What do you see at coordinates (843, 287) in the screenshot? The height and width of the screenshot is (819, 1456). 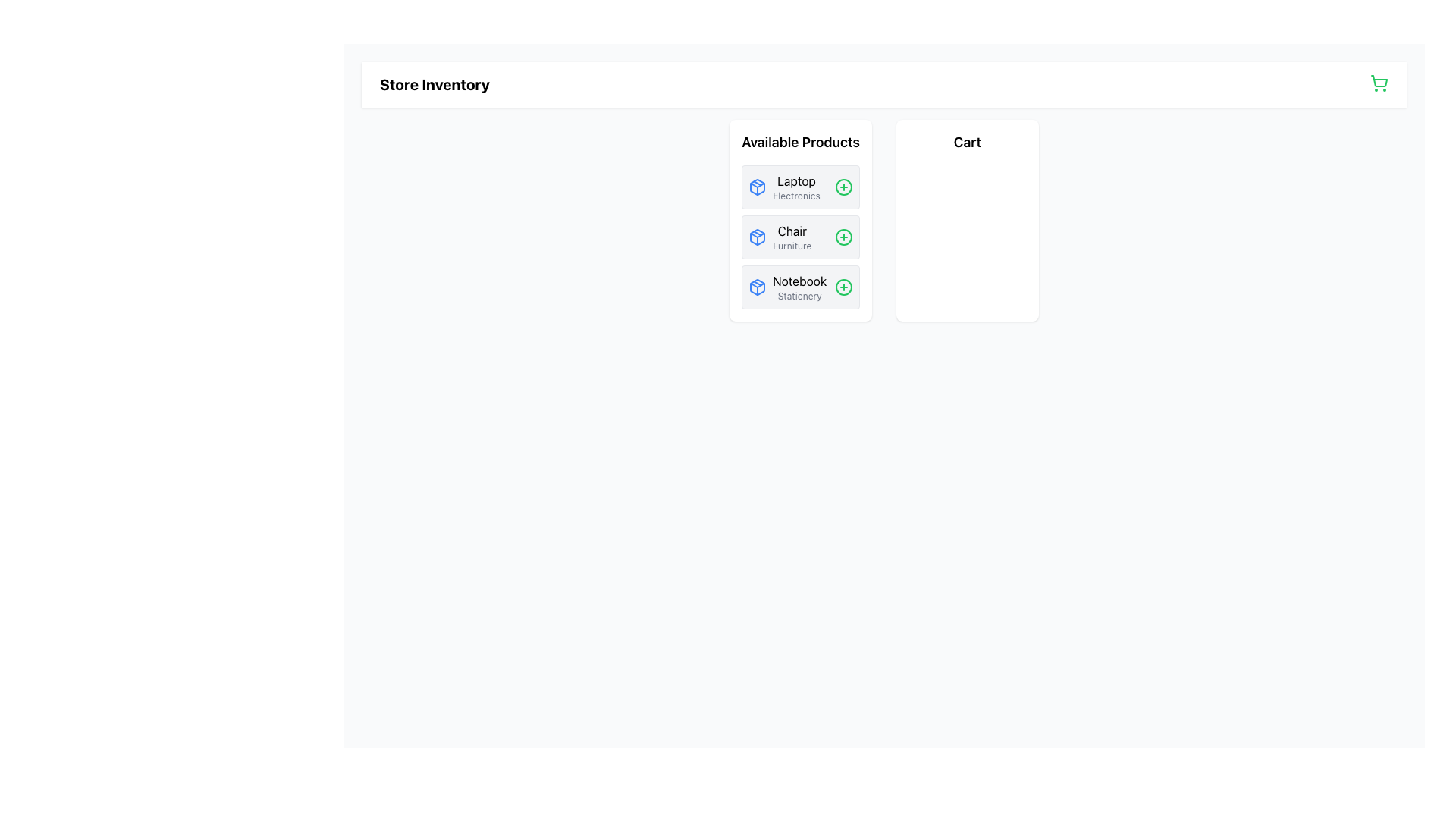 I see `the circular decorative element of the '+' icon for adding the 'Notebook' product, located to the right of the 'Notebook Stationary' list entry in the 'Available Products' section` at bounding box center [843, 287].